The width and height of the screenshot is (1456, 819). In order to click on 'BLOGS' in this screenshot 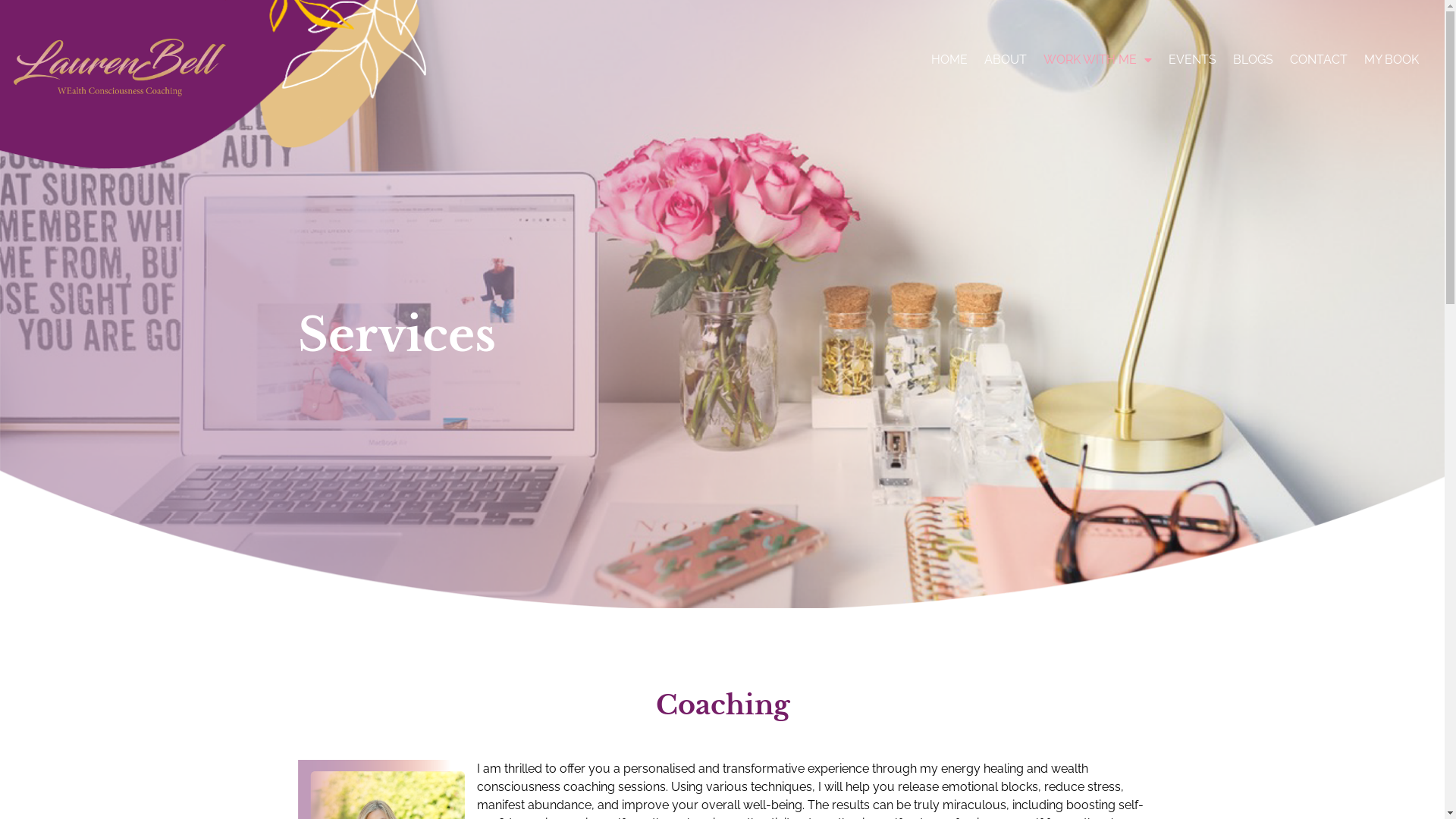, I will do `click(1224, 58)`.